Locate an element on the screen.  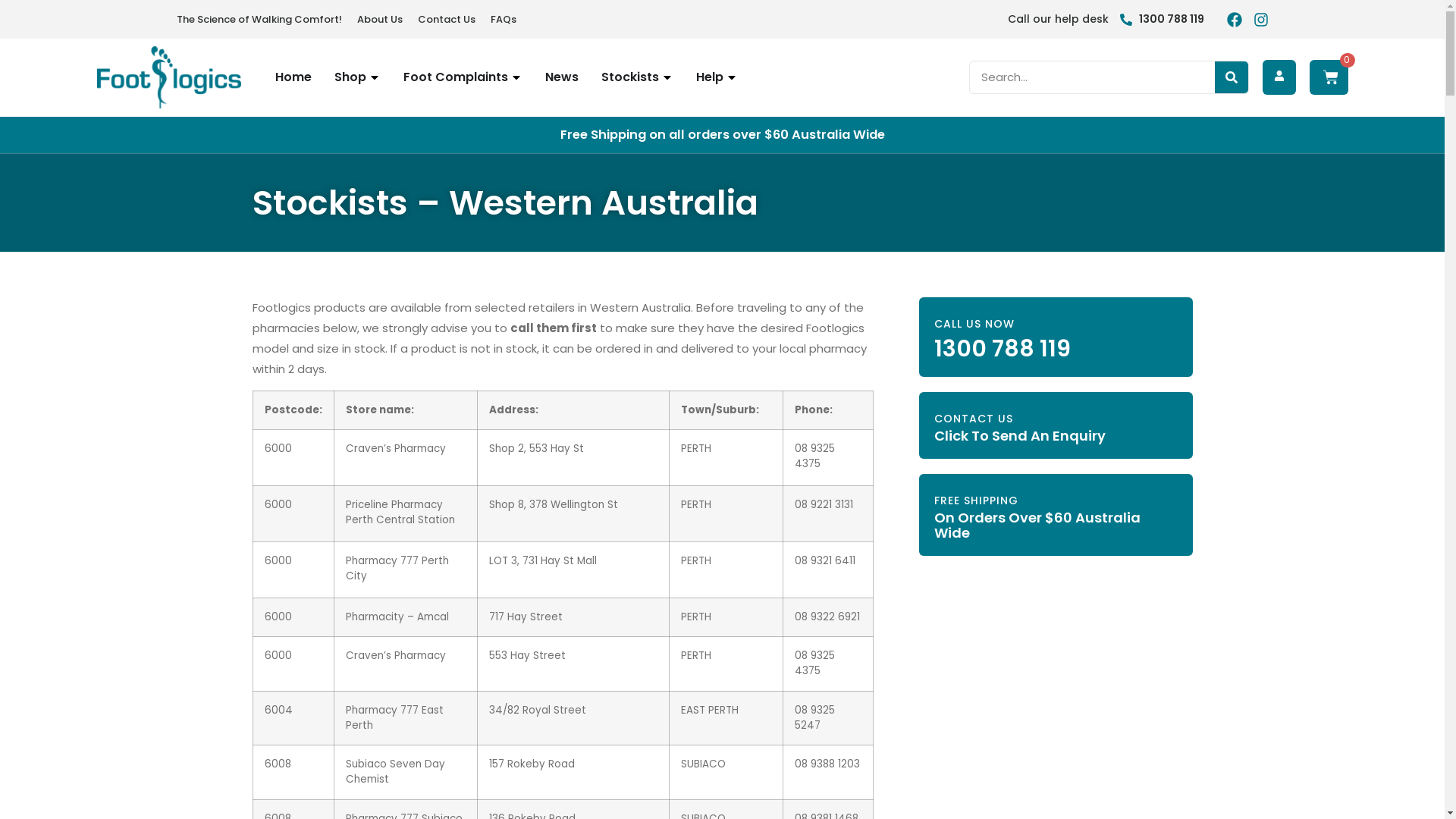
'Shop' is located at coordinates (348, 77).